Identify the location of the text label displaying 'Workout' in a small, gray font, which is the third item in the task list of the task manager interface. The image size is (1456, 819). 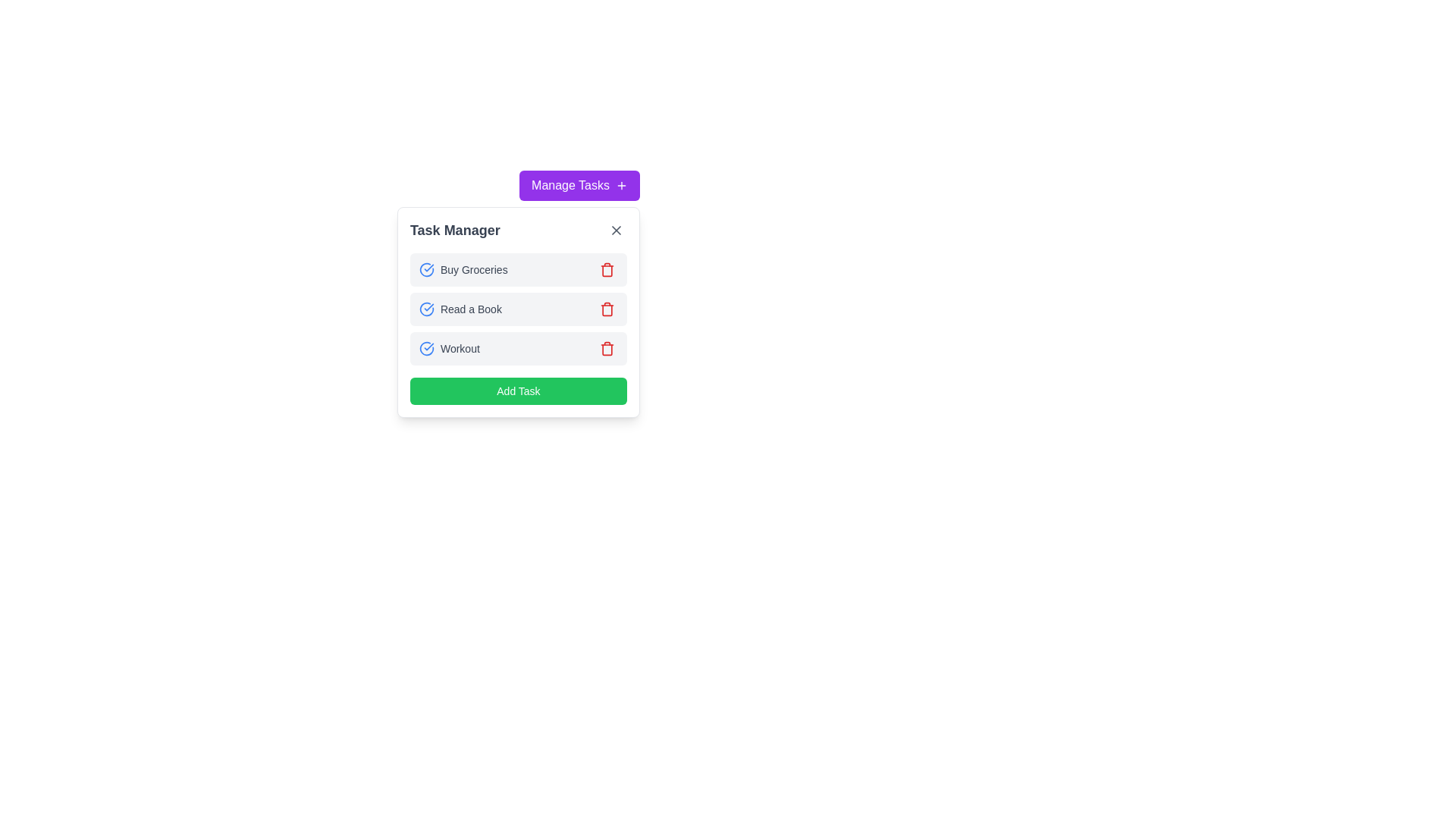
(459, 348).